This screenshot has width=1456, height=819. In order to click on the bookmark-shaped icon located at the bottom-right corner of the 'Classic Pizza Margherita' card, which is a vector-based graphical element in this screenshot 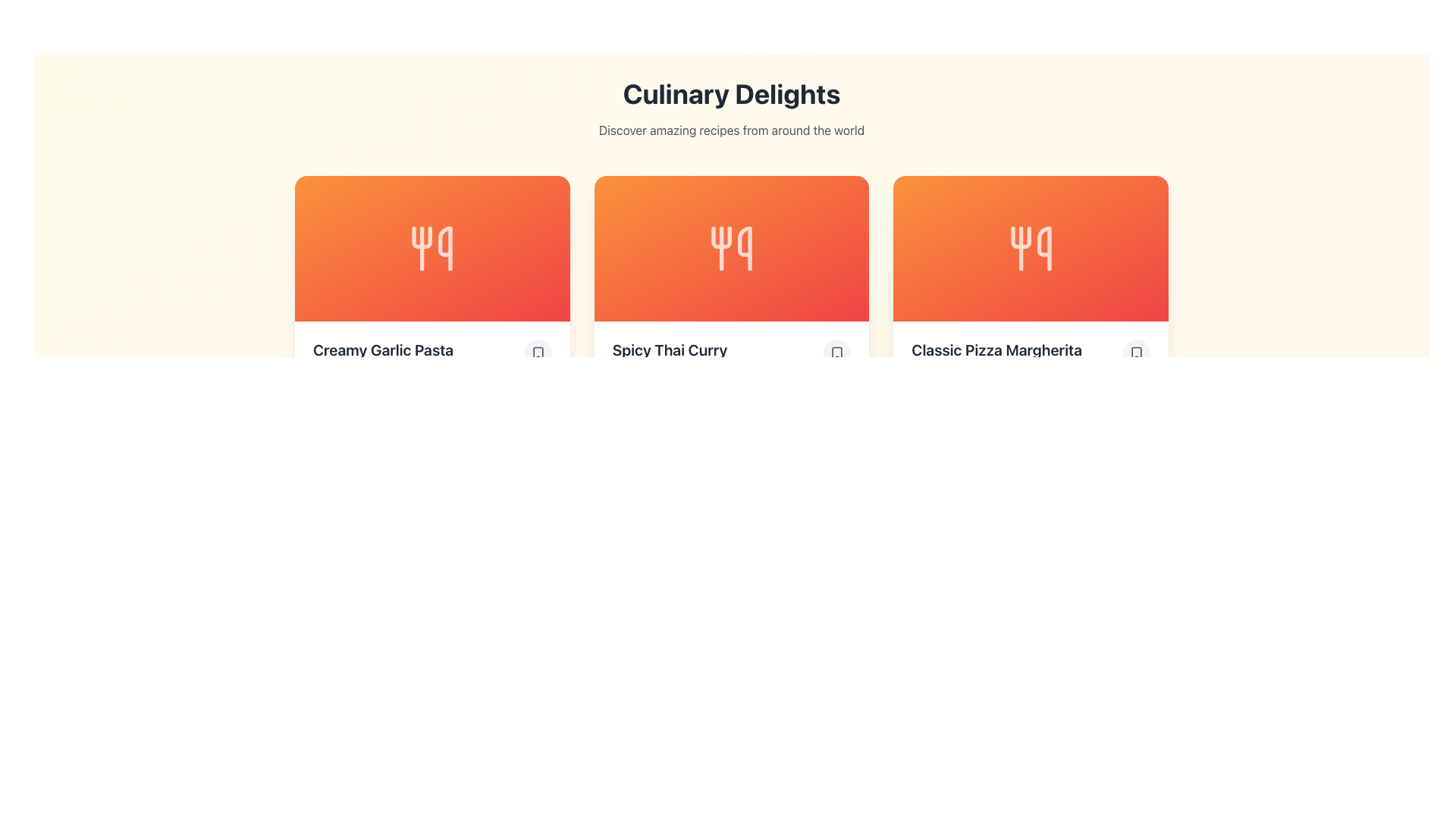, I will do `click(1136, 353)`.